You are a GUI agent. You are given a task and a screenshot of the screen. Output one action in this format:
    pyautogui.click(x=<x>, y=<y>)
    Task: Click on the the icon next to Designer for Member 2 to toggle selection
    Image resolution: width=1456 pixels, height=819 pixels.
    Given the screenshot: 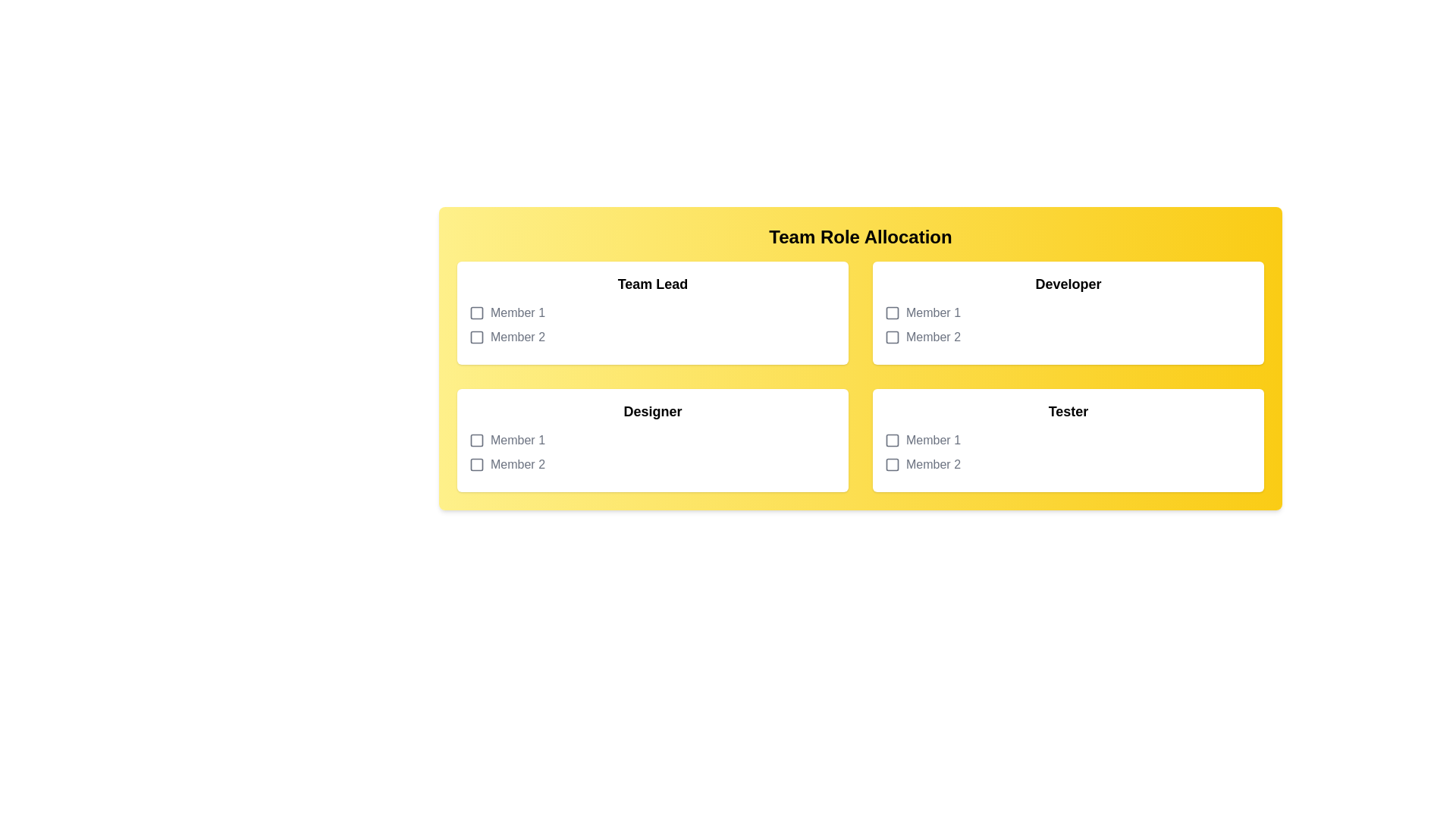 What is the action you would take?
    pyautogui.click(x=475, y=464)
    